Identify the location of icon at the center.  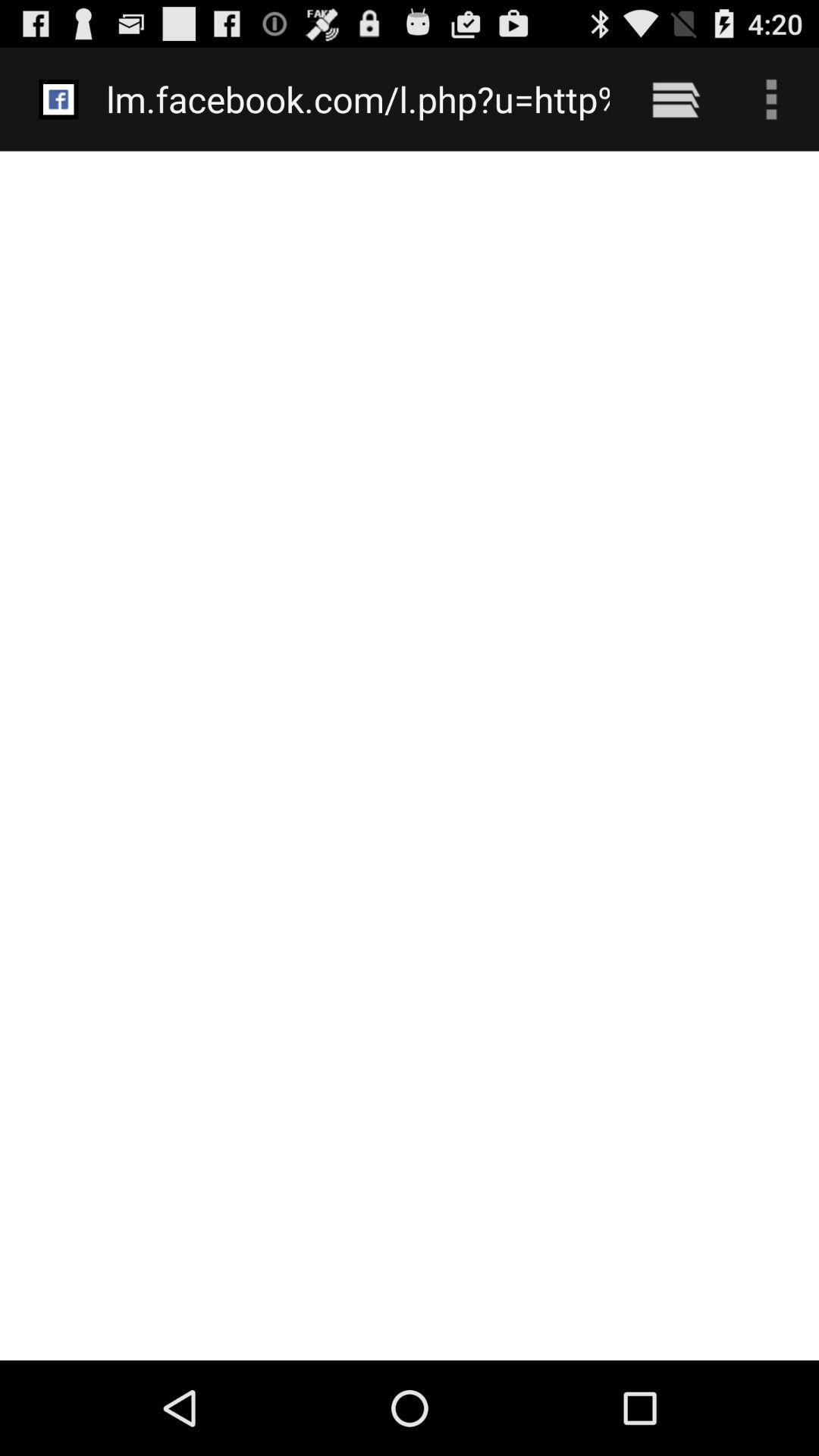
(409, 755).